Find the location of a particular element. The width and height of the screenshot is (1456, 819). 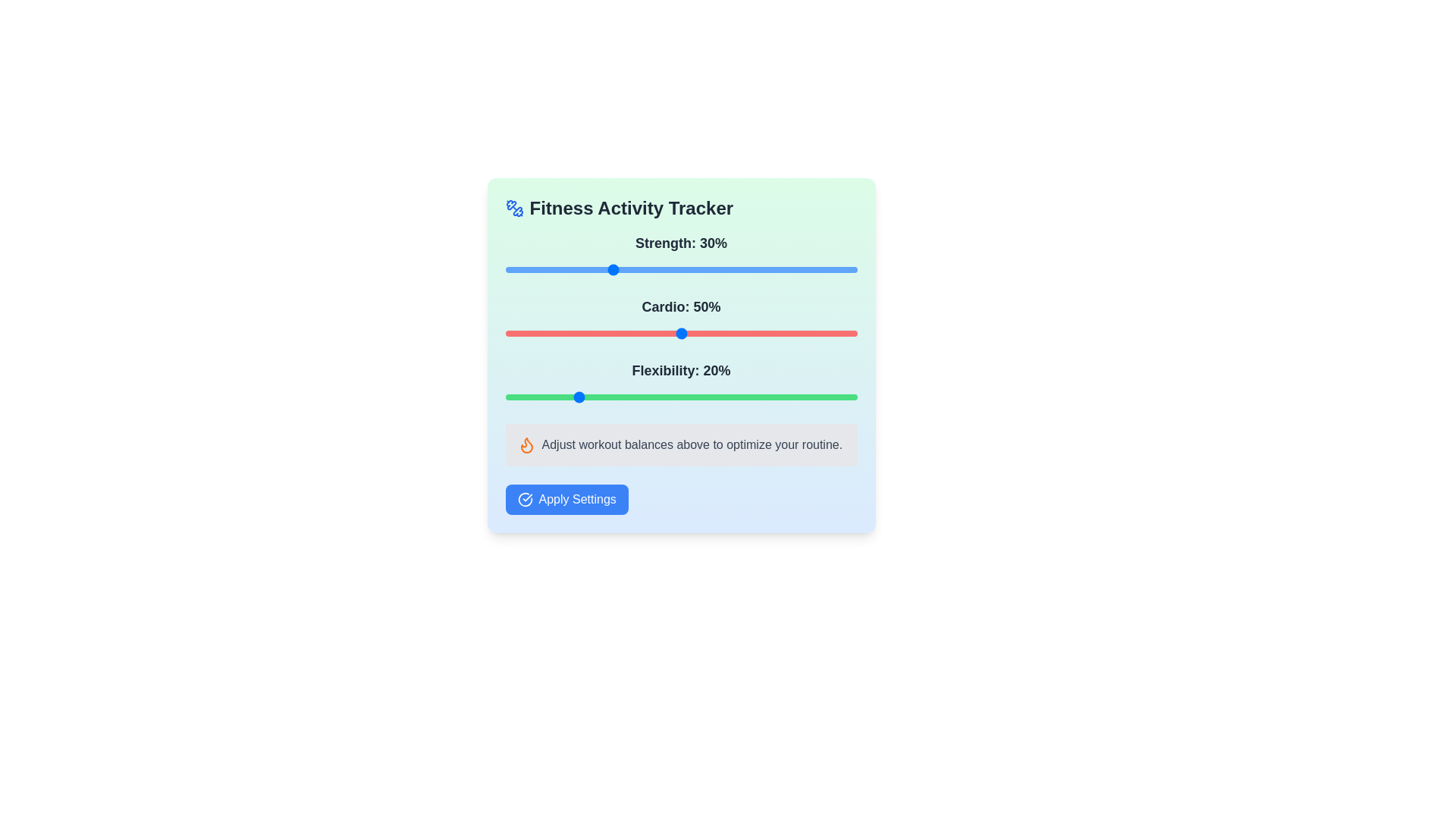

the Cardio slider is located at coordinates (748, 332).